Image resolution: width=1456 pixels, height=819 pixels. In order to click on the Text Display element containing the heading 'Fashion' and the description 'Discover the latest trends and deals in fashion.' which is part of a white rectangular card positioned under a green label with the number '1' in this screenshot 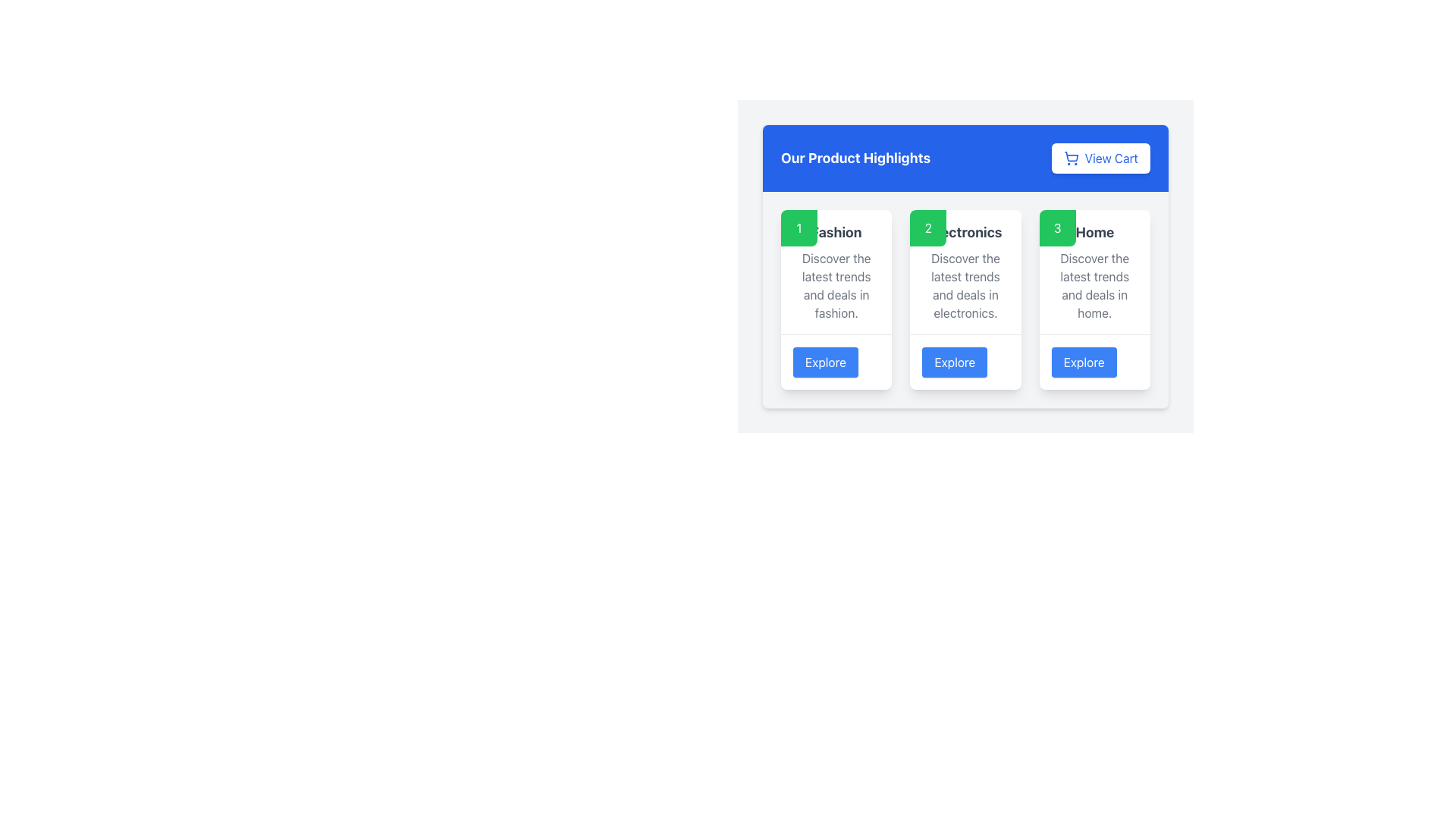, I will do `click(836, 271)`.